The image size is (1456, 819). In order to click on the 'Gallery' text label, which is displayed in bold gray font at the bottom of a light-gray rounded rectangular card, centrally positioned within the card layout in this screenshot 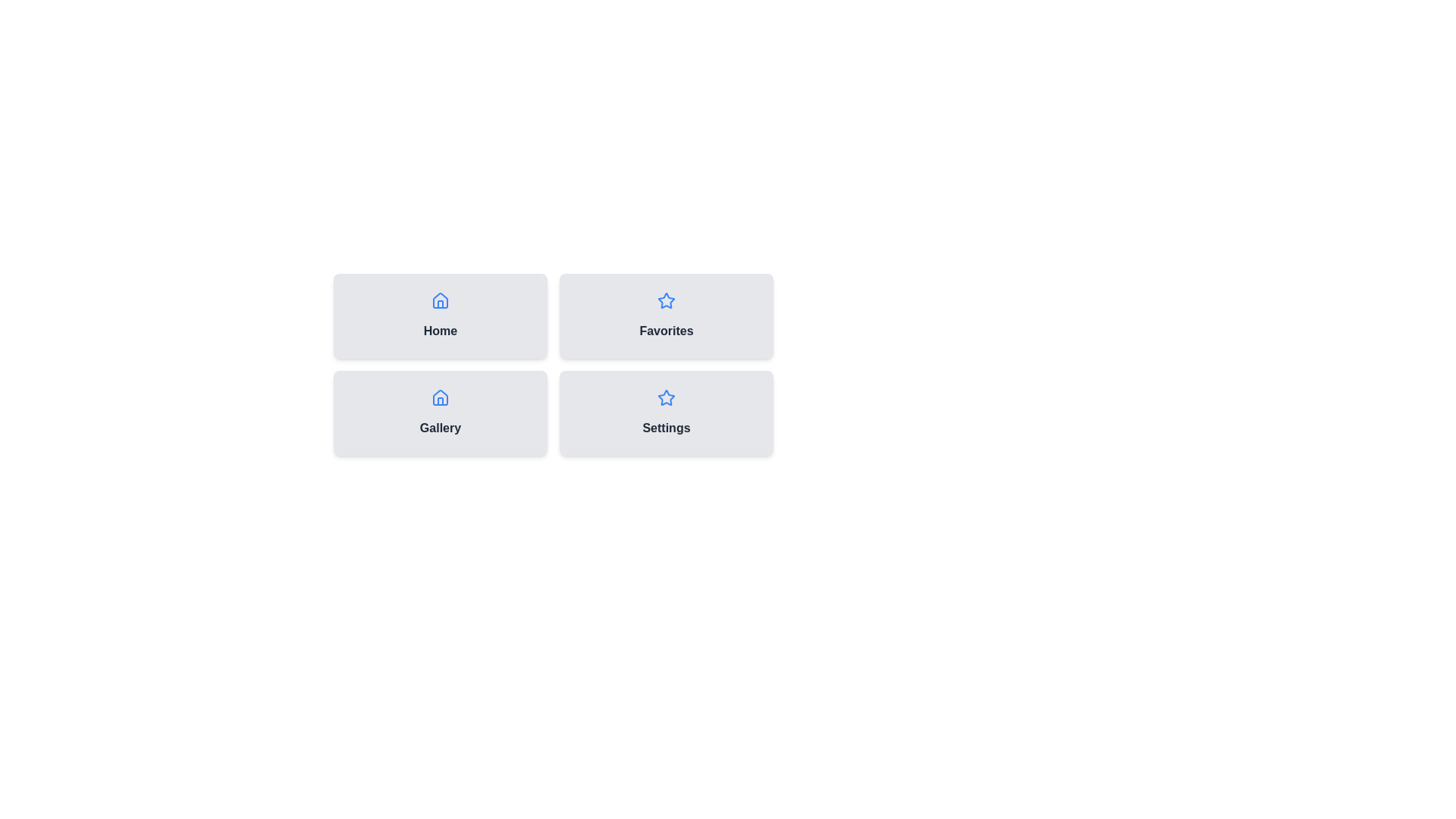, I will do `click(439, 428)`.